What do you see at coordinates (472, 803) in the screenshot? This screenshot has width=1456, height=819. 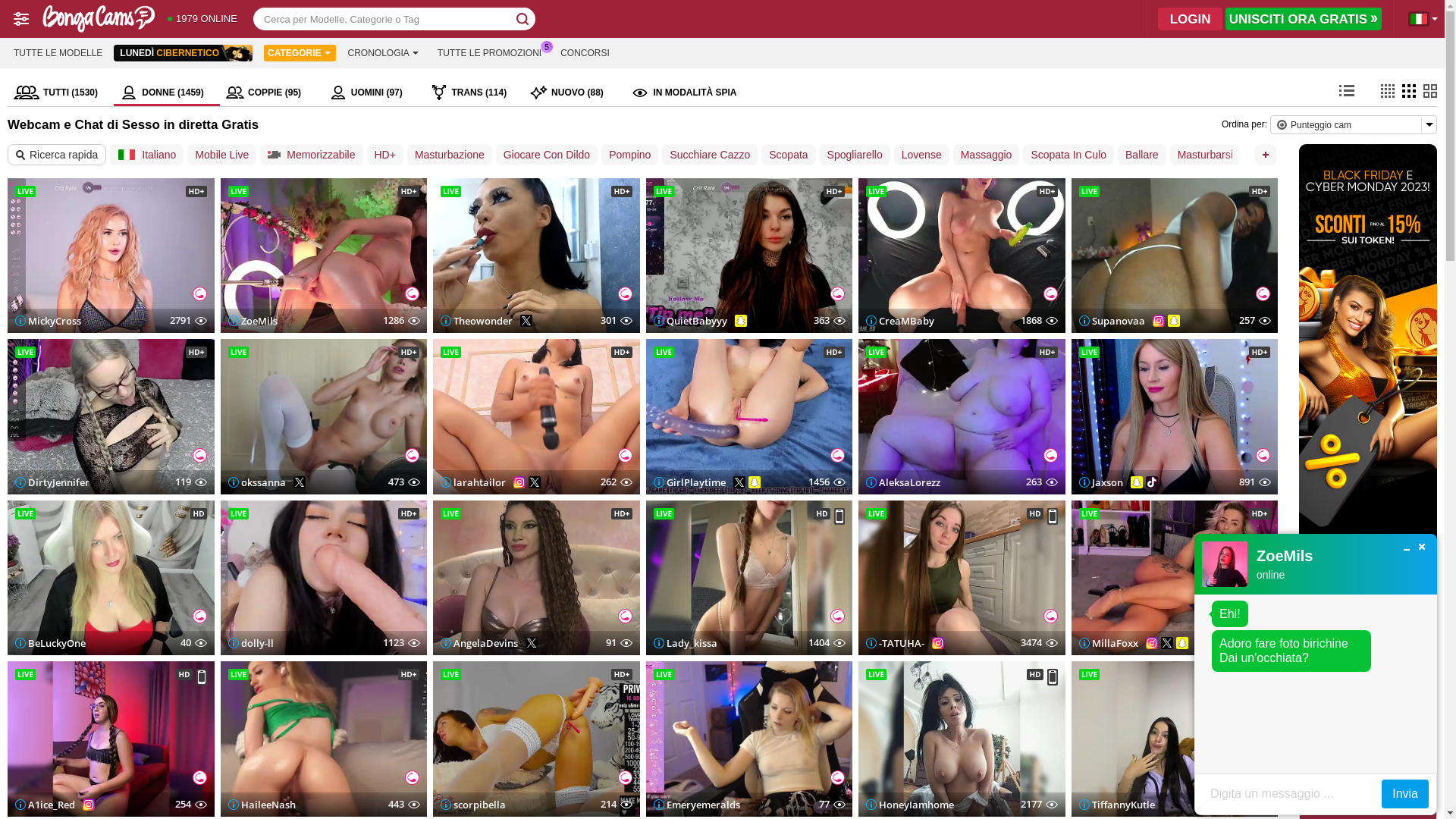 I see `'scorpibella'` at bounding box center [472, 803].